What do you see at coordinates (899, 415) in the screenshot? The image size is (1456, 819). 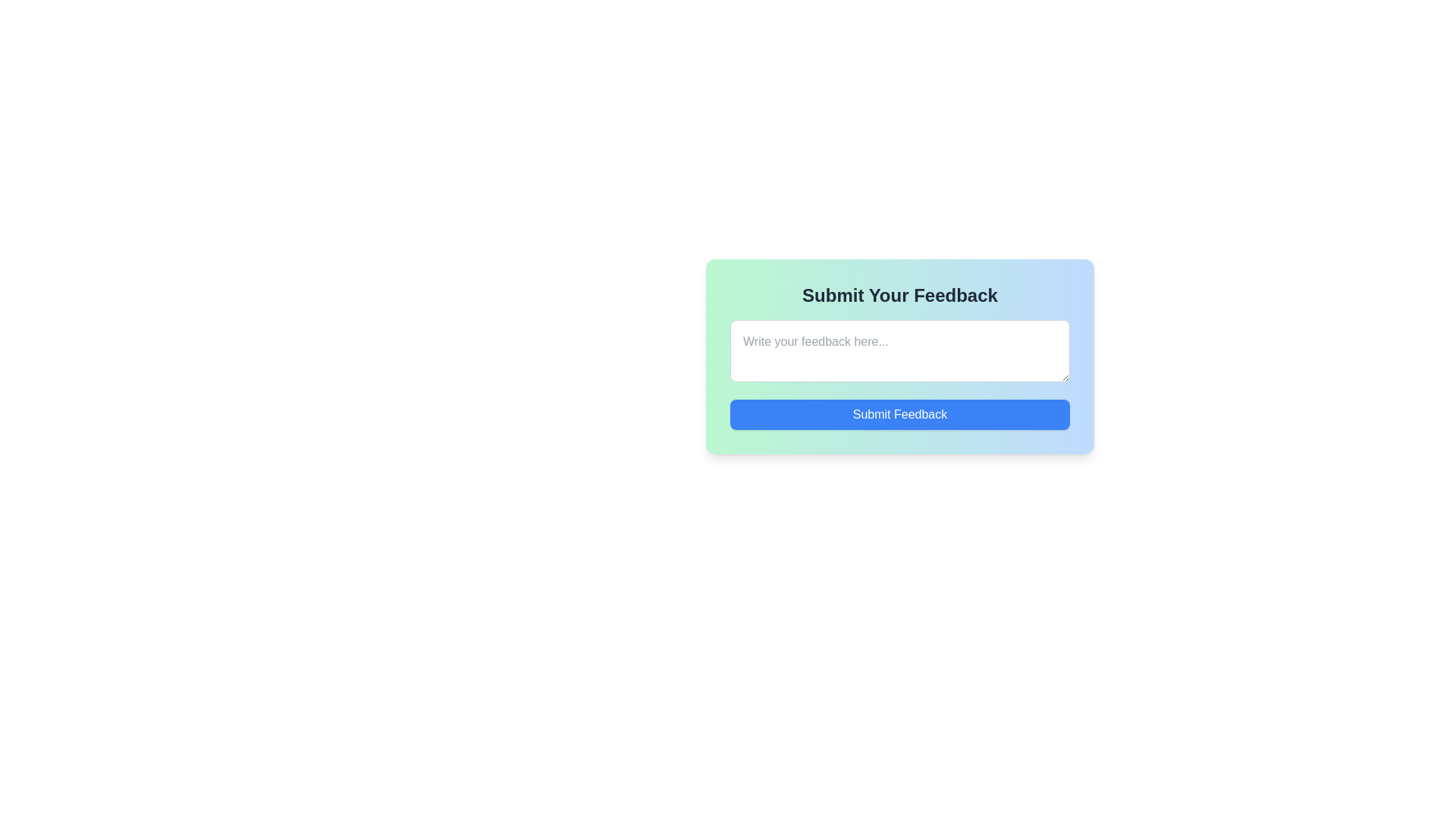 I see `the 'Submit Feedback' button, which is a rectangular button with a blue background and white text, located at the bottom of a card with a gradient background` at bounding box center [899, 415].